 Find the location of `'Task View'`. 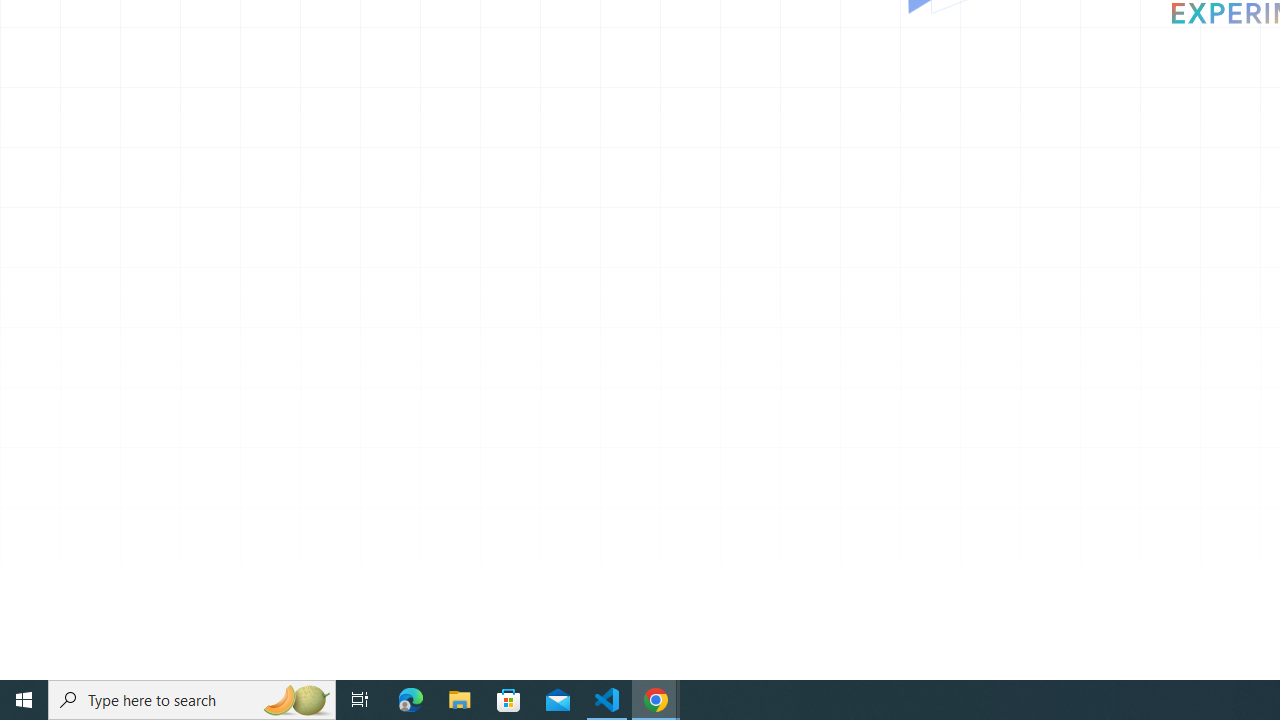

'Task View' is located at coordinates (359, 698).